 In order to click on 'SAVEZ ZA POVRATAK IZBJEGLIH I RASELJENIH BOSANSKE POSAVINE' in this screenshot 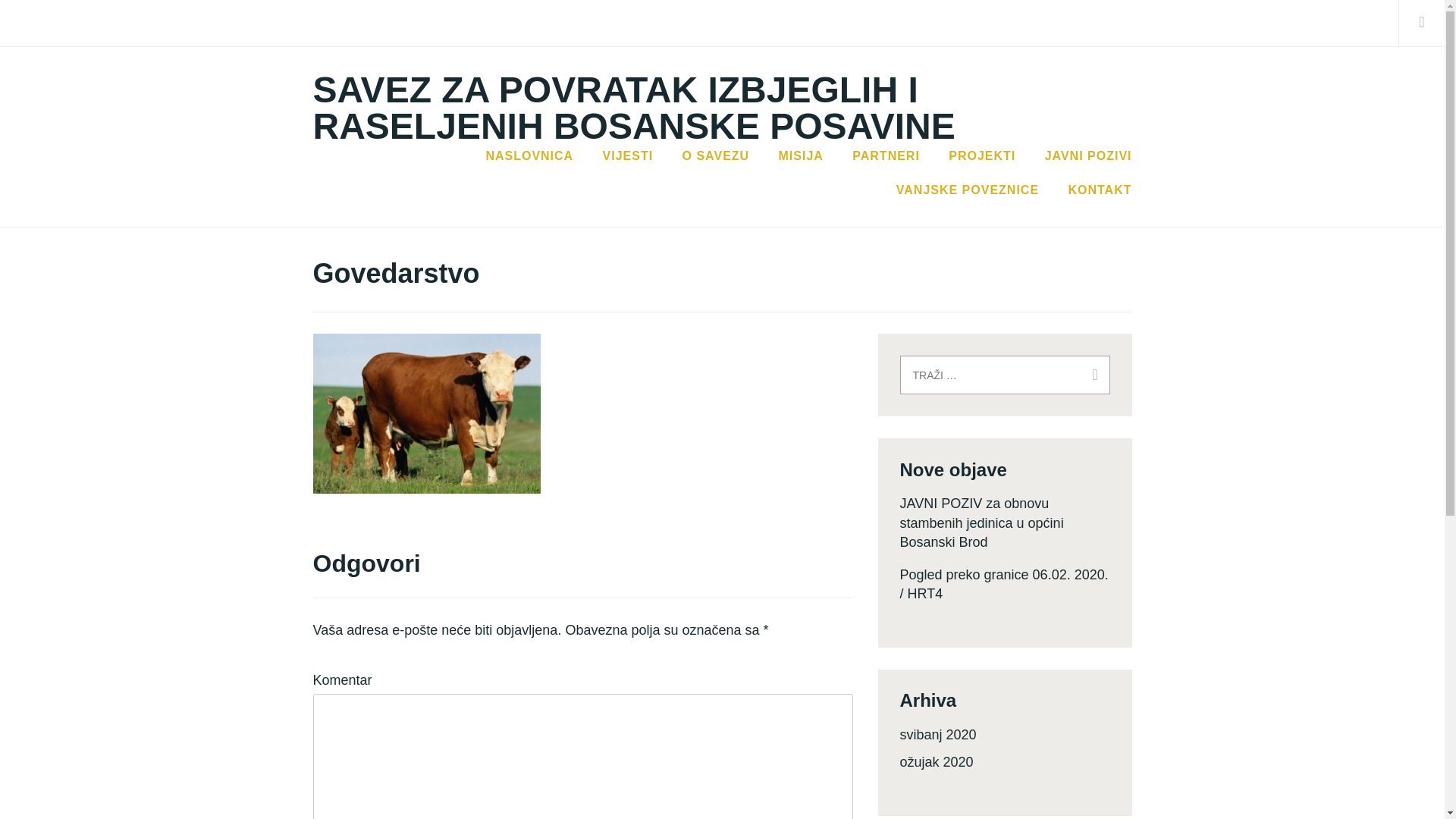, I will do `click(633, 107)`.